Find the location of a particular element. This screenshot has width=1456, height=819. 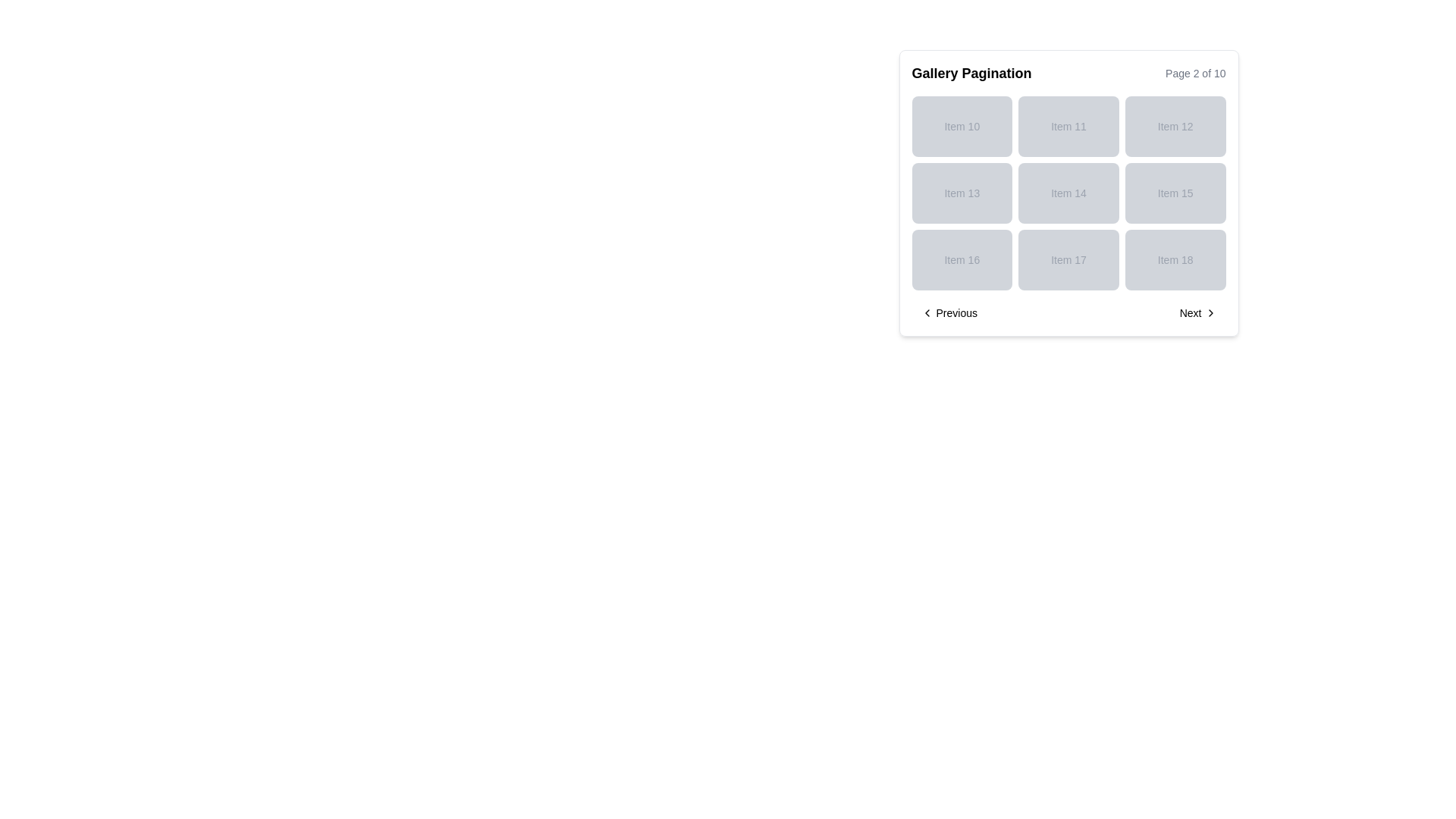

the static text element displaying the item description 'Item 17', which is a rectangular box with rounded corners and a gray background located in the third row, middle column of a 3-column grid layout is located at coordinates (1068, 259).